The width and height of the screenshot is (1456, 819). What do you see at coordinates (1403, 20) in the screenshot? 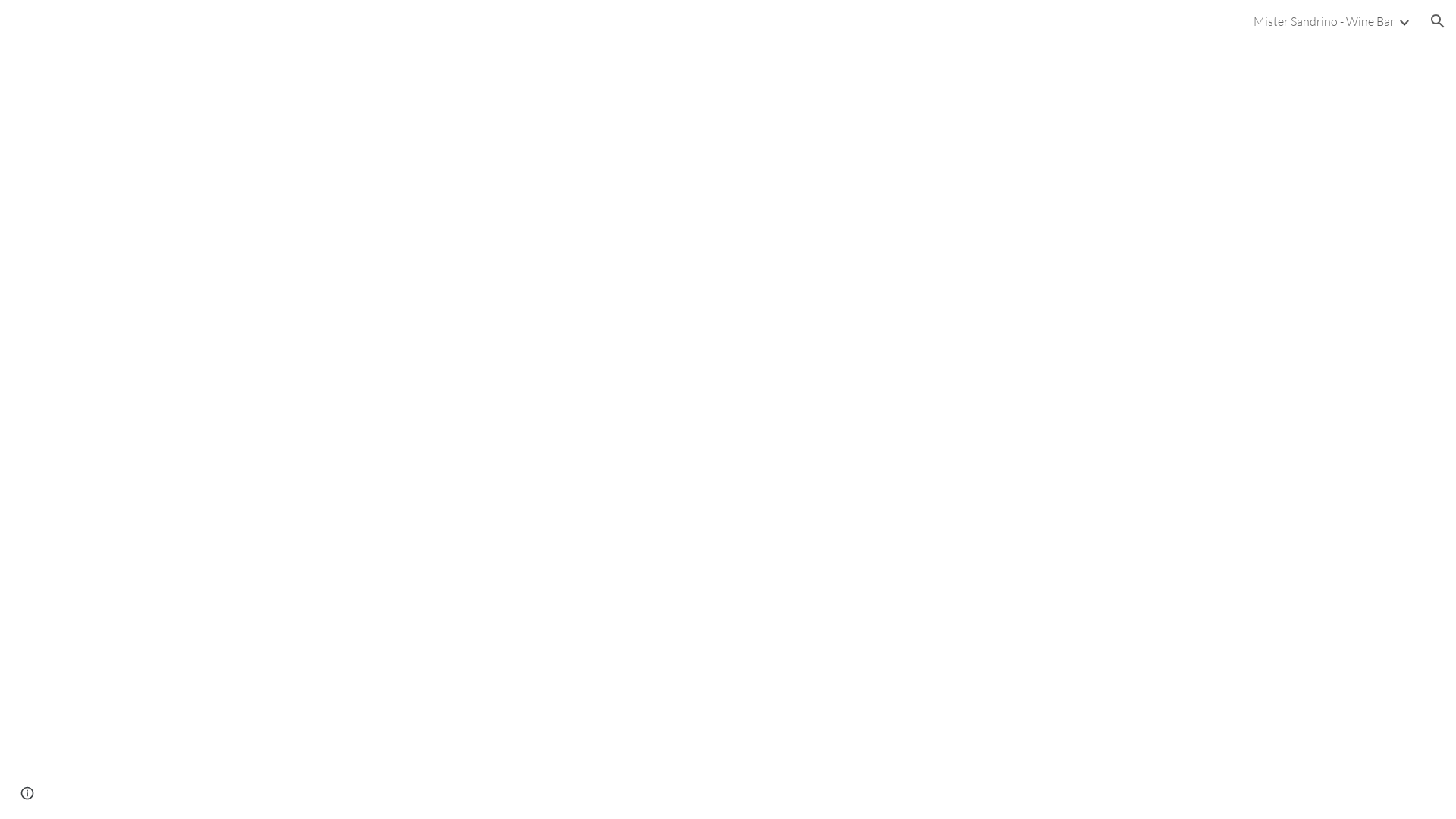
I see `'Expand/Collapse'` at bounding box center [1403, 20].